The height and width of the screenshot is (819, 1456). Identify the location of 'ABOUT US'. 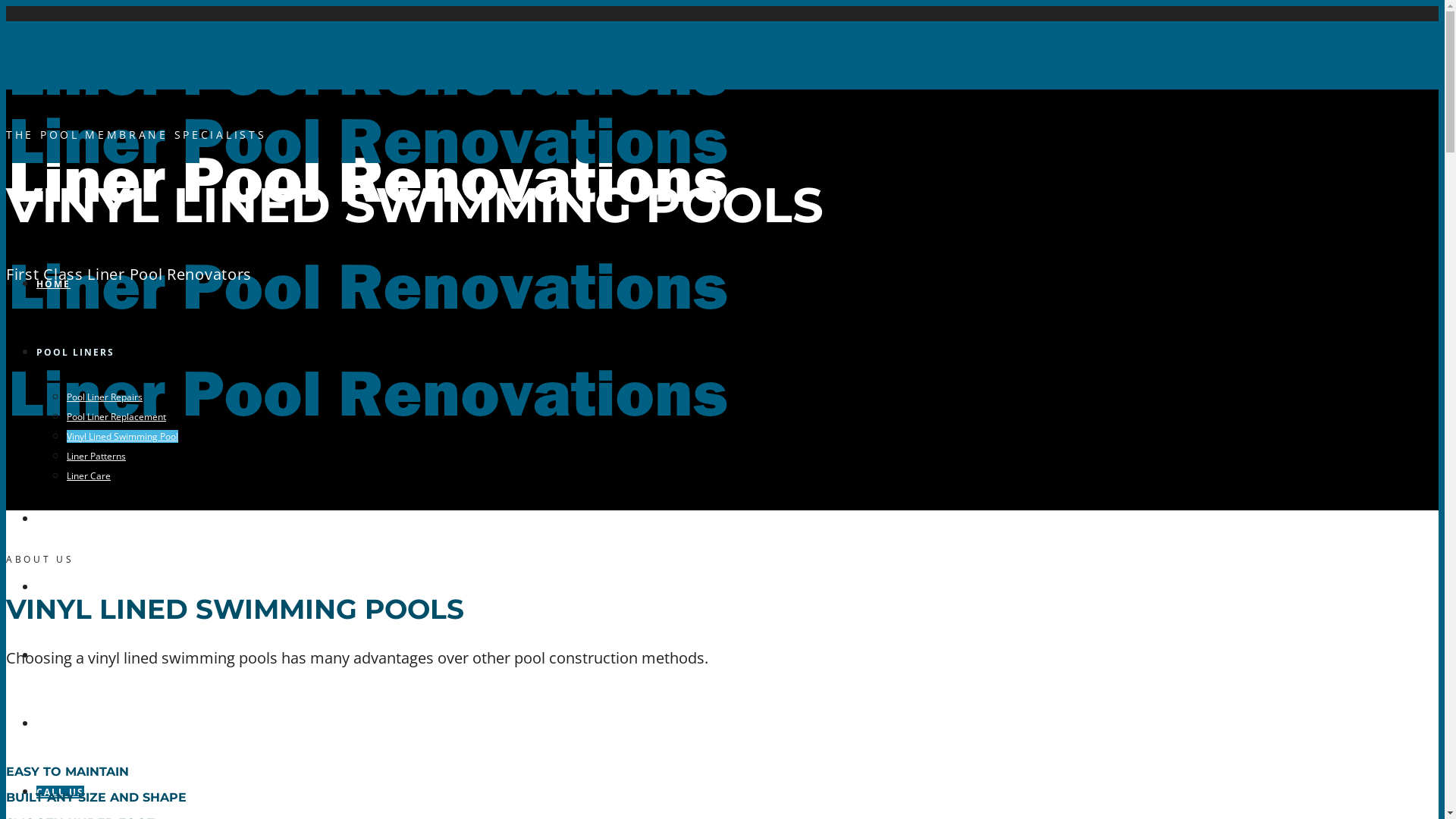
(64, 654).